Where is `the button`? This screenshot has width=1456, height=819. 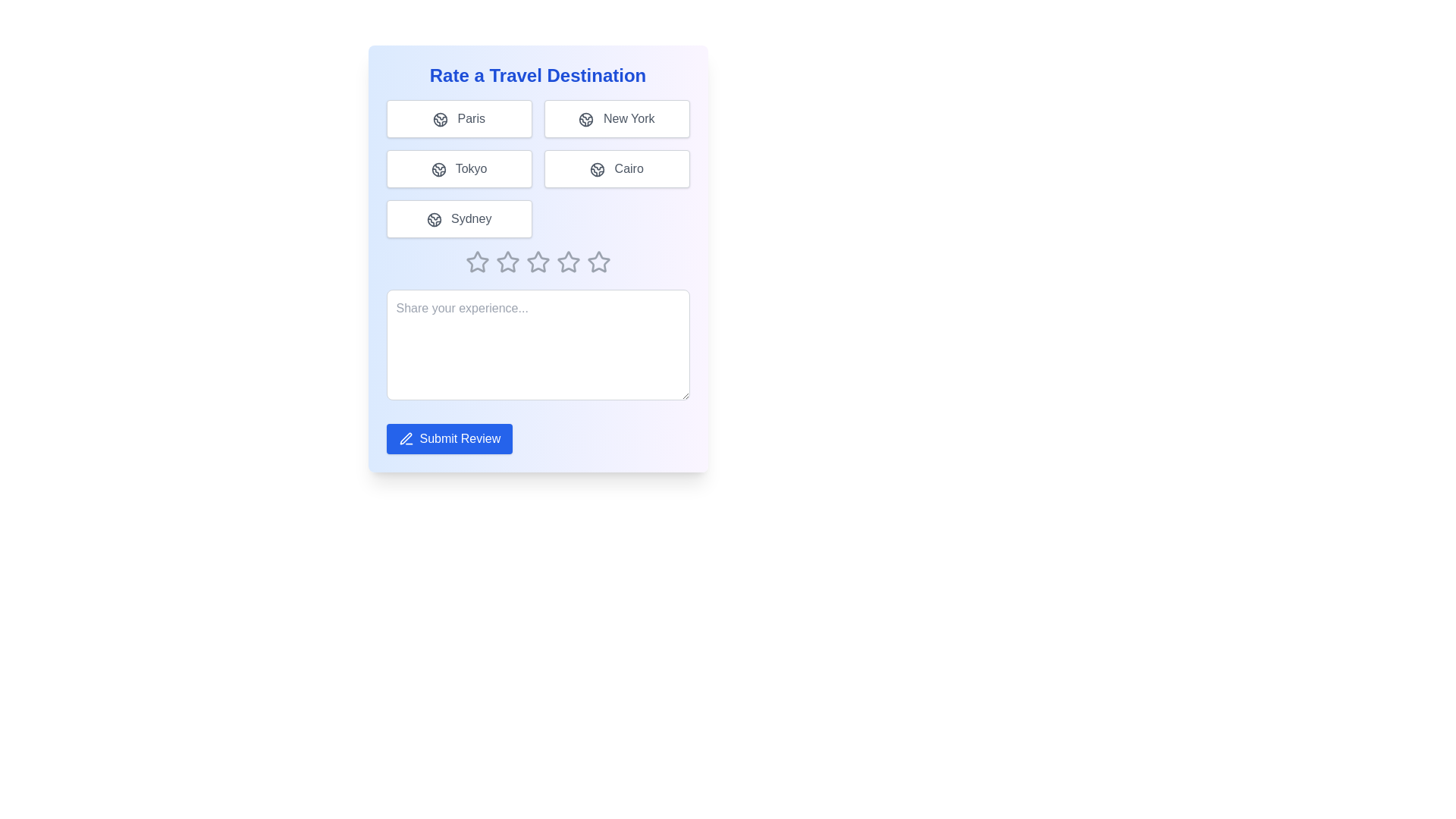
the button is located at coordinates (617, 169).